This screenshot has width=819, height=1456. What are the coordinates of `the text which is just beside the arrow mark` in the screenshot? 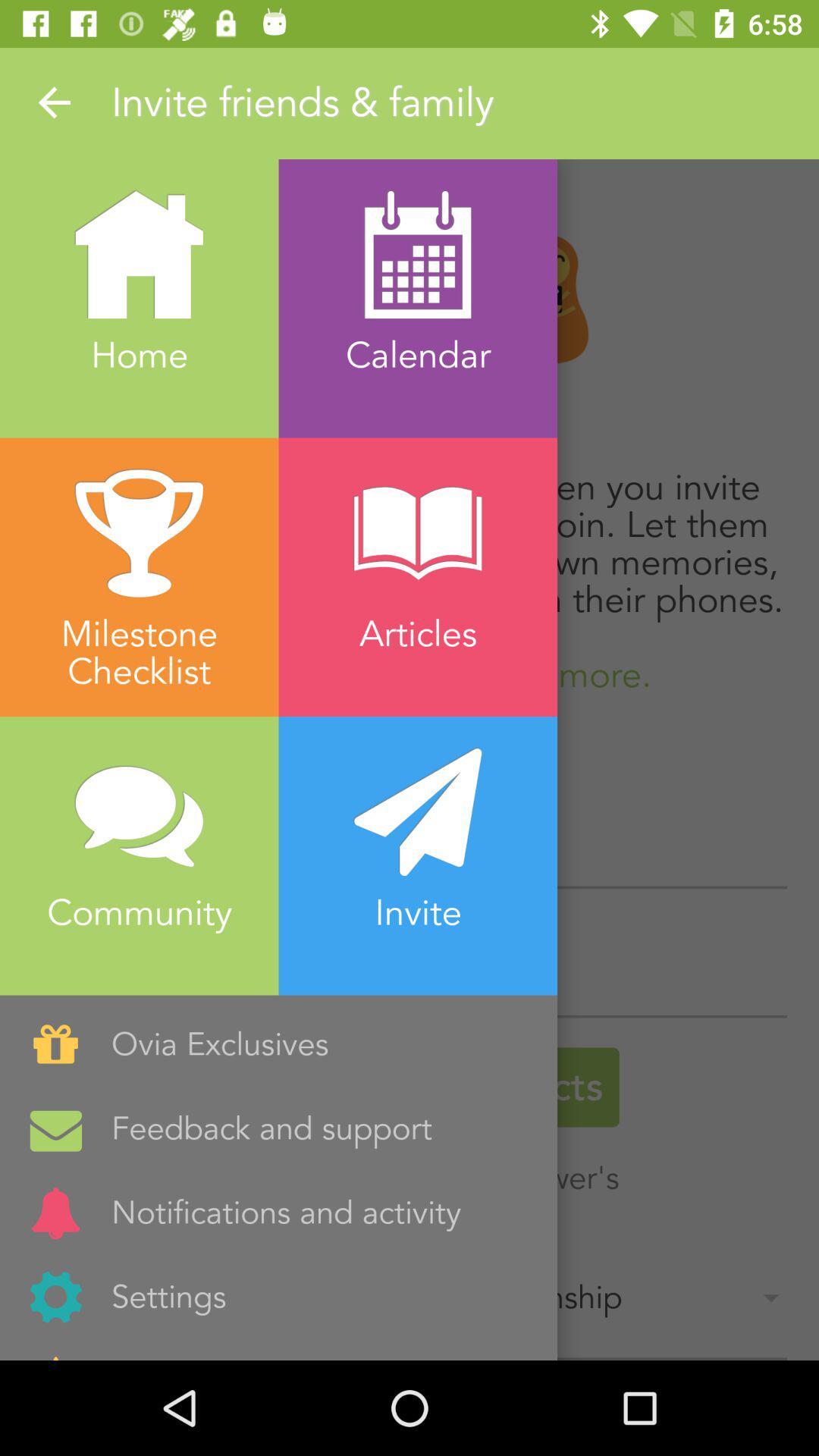 It's located at (464, 102).